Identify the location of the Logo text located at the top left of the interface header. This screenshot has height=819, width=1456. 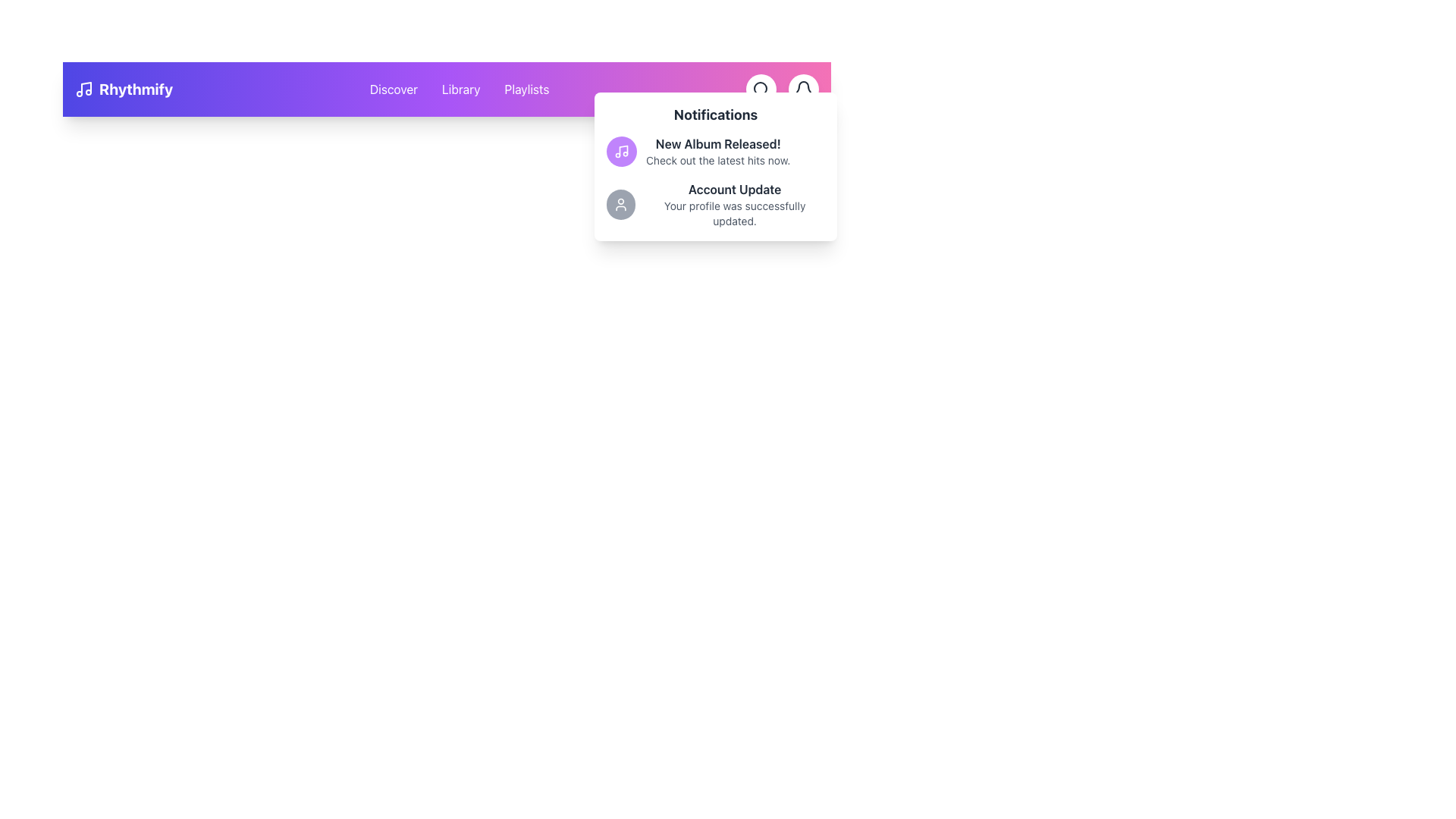
(124, 89).